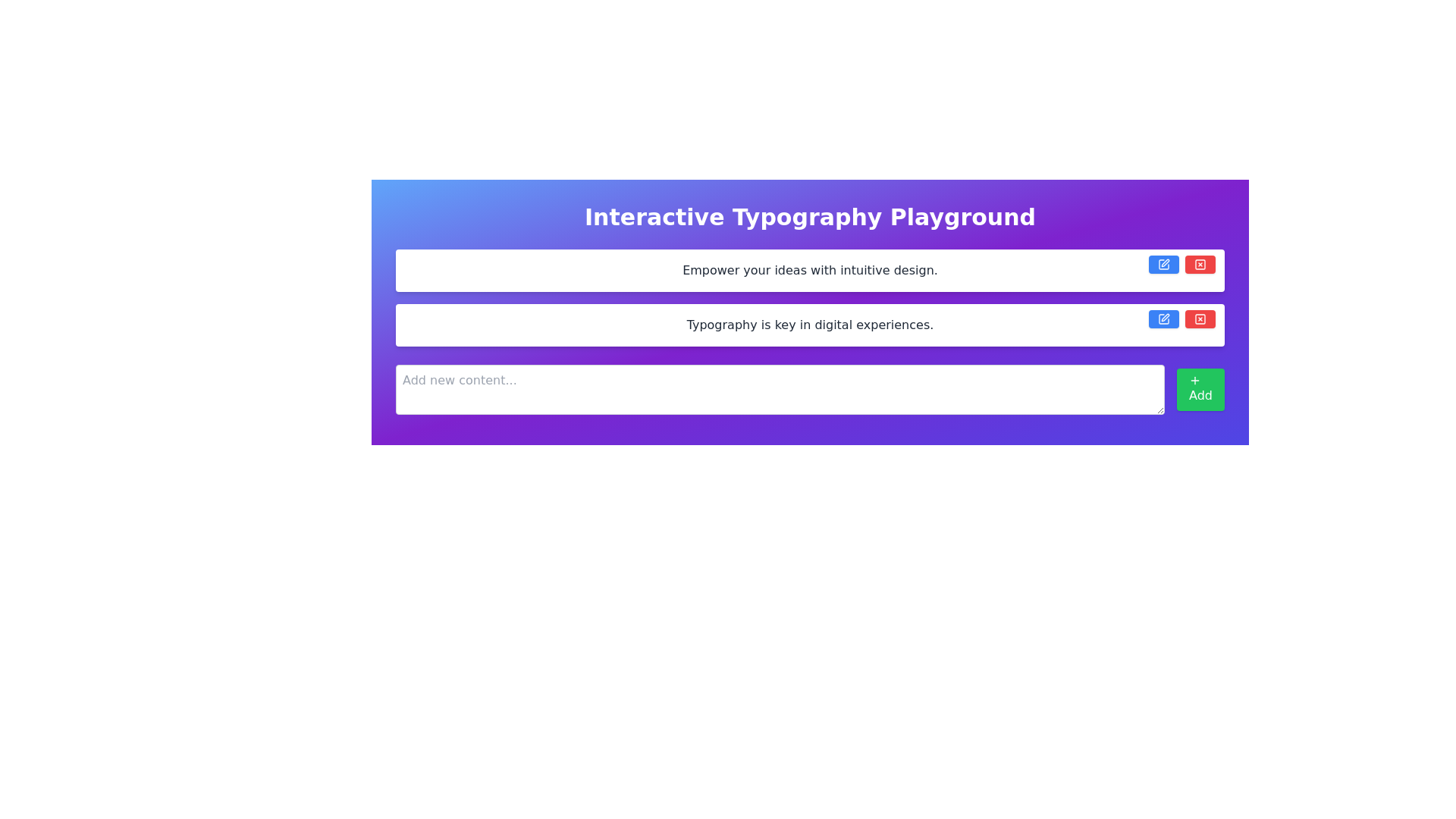  I want to click on the 'Add' button icon located at the bottom right of the interface, which visually represents the 'Add' functionality, so click(1194, 379).